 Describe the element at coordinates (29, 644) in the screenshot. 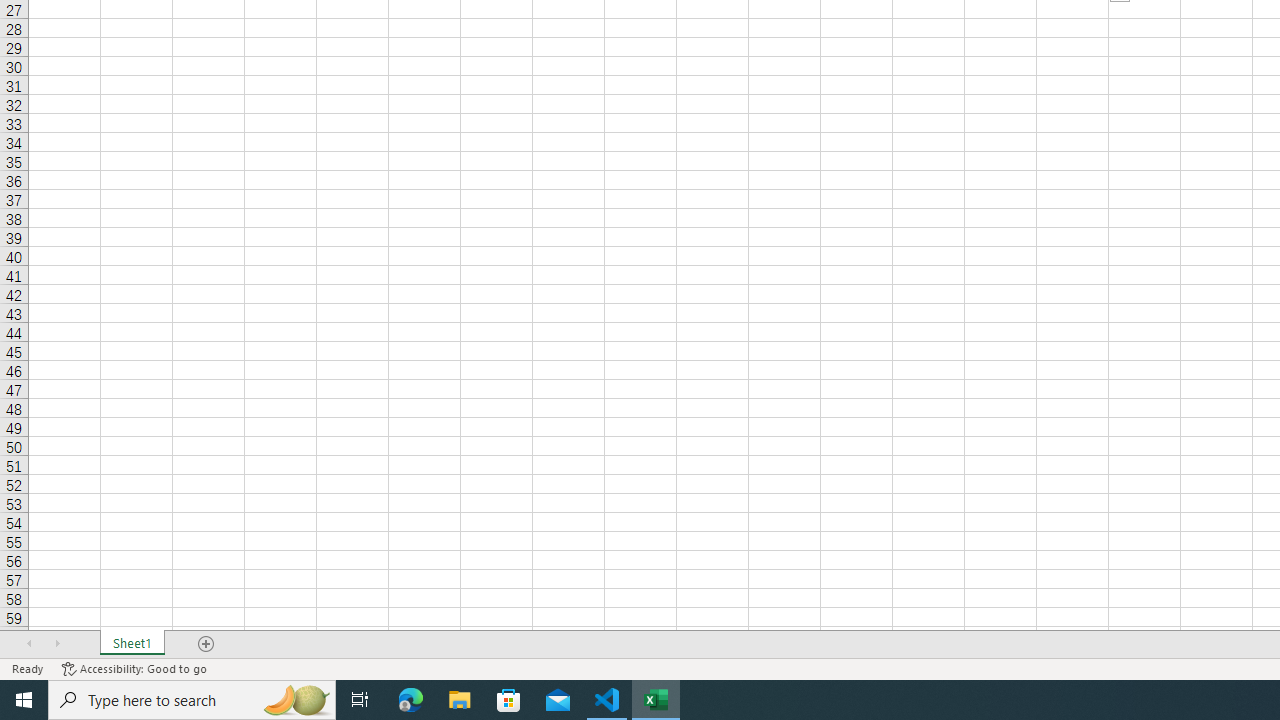

I see `'Scroll Left'` at that location.